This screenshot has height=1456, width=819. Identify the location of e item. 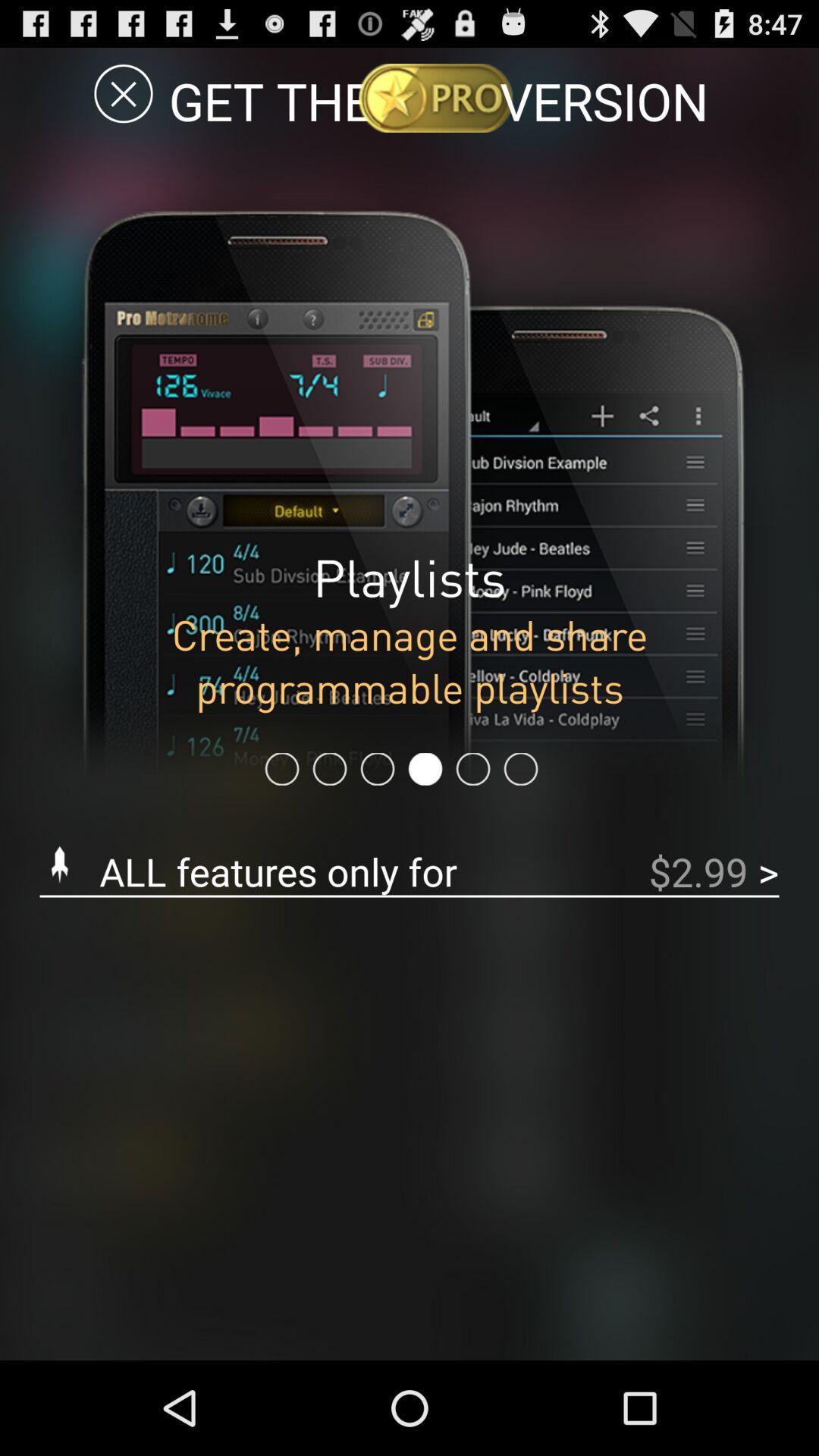
(123, 93).